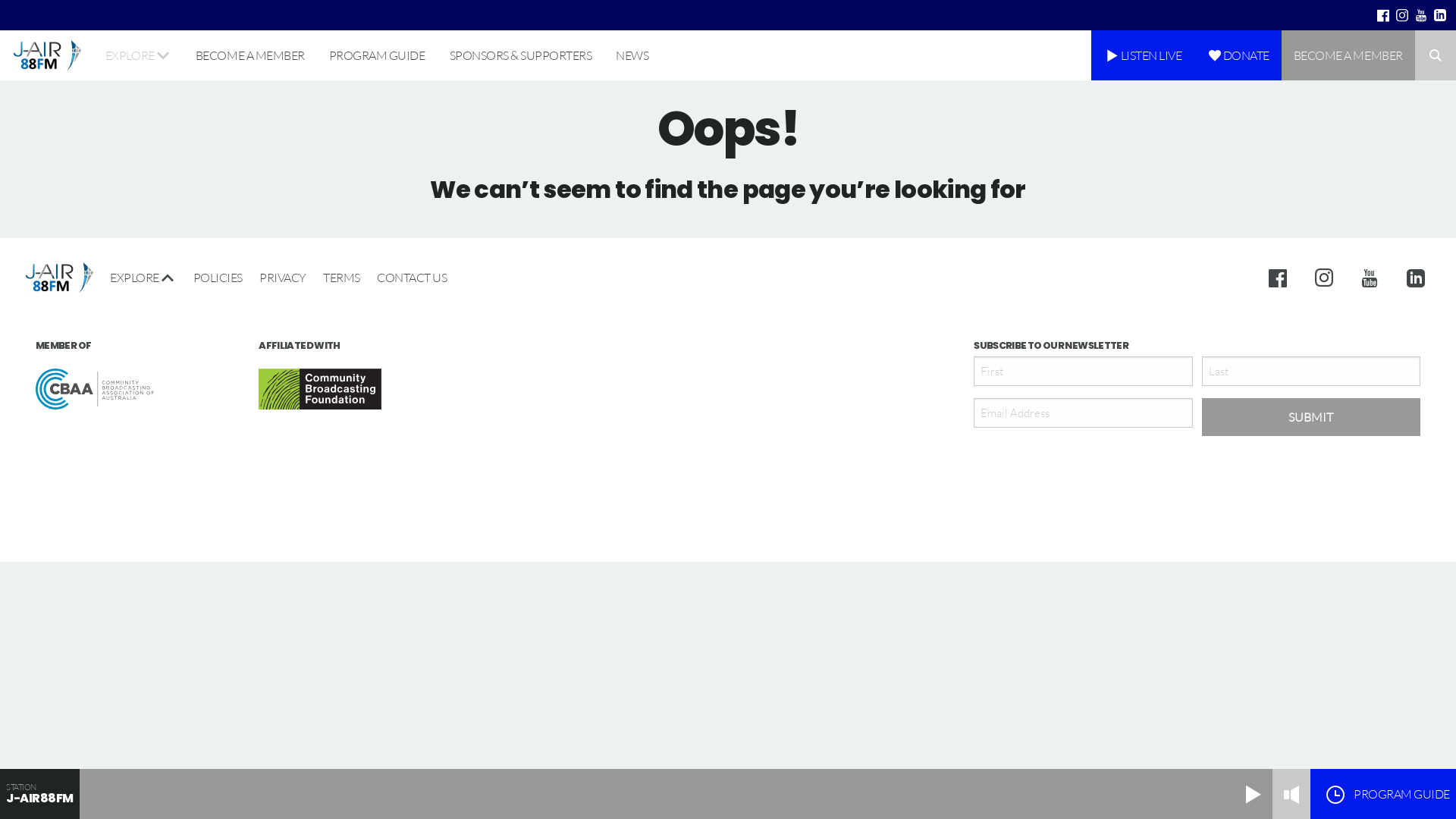  What do you see at coordinates (632, 55) in the screenshot?
I see `'NEWS'` at bounding box center [632, 55].